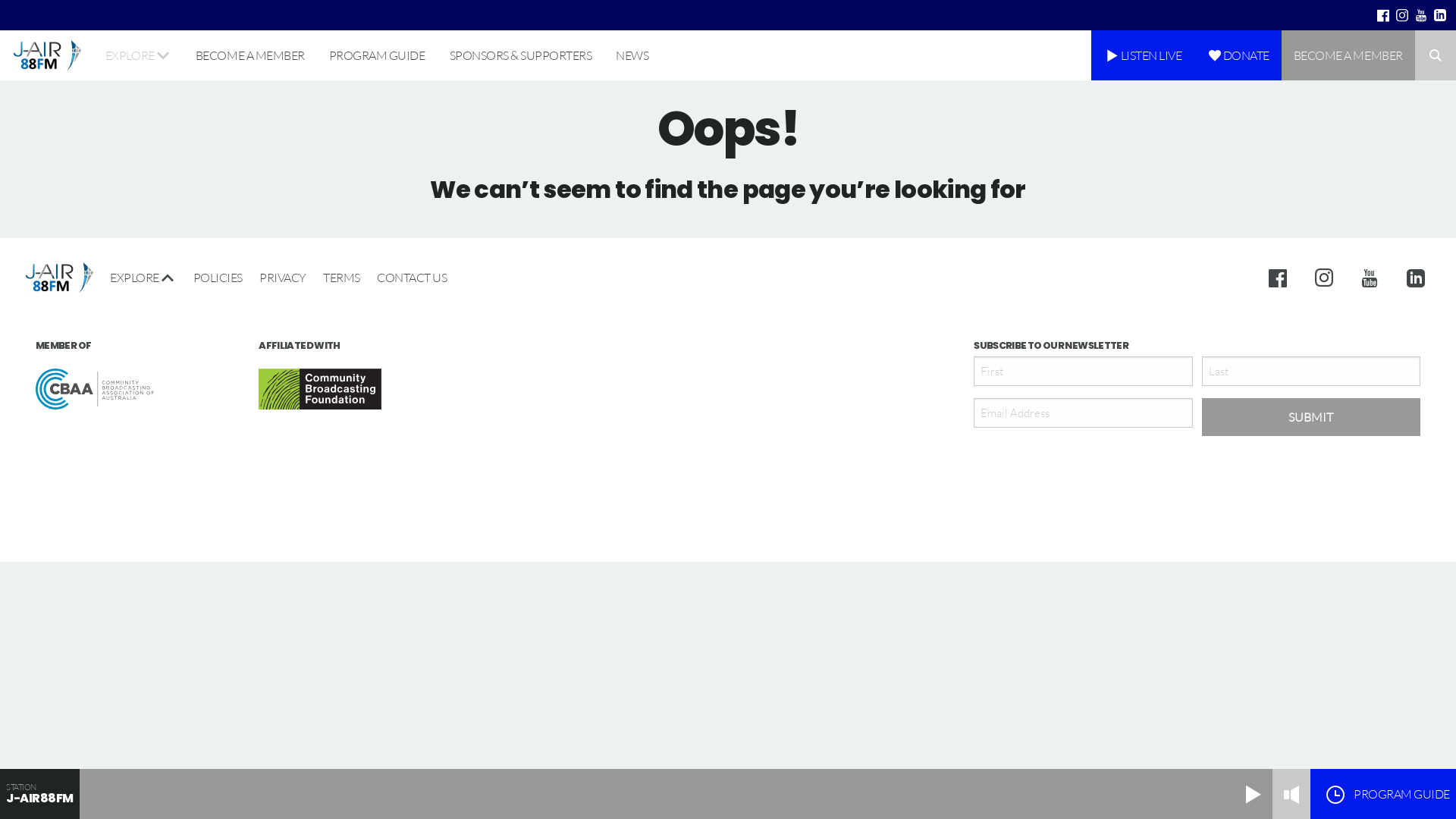  What do you see at coordinates (632, 55) in the screenshot?
I see `'NEWS'` at bounding box center [632, 55].